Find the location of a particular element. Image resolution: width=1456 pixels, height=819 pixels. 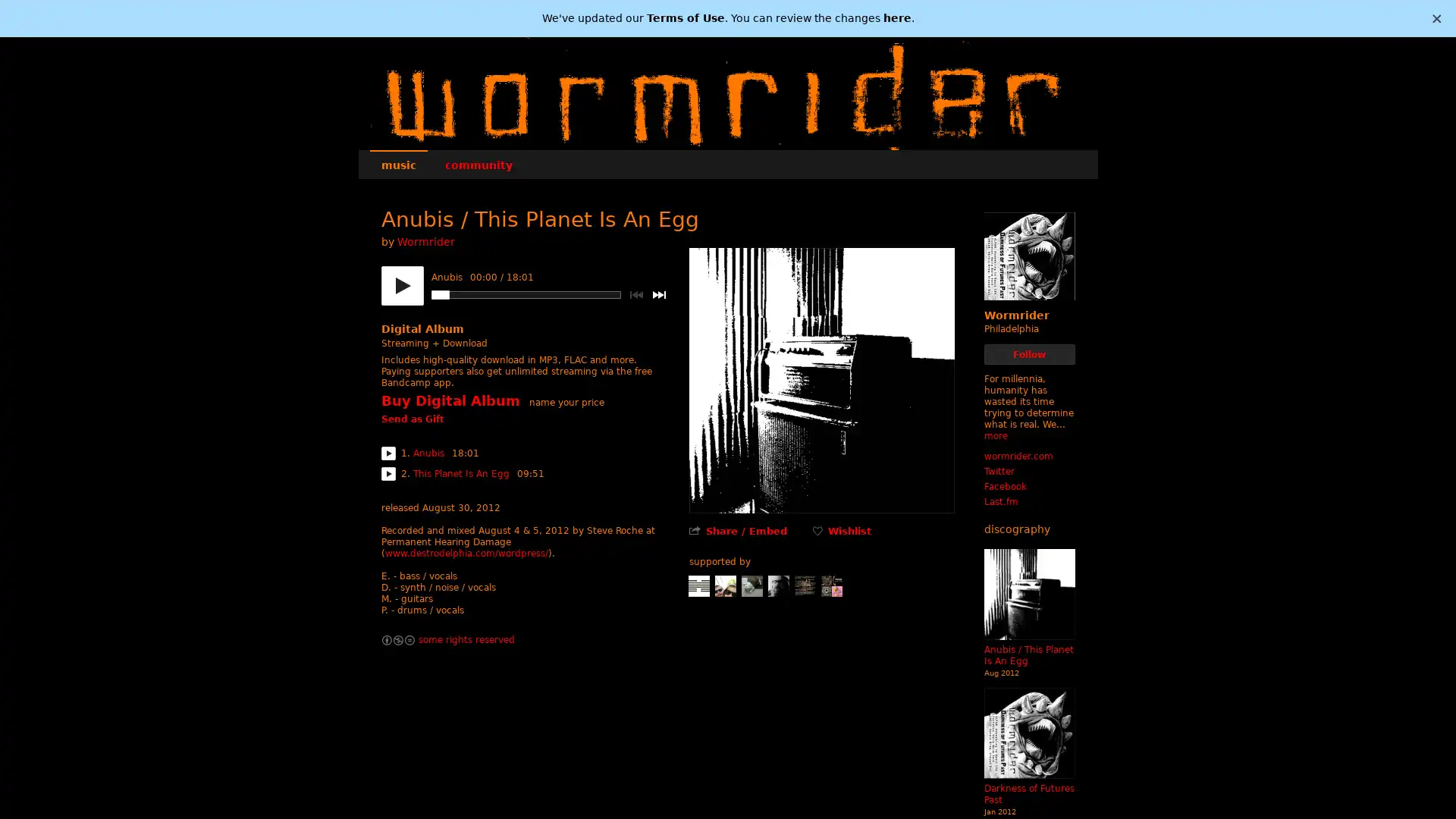

Next track is located at coordinates (658, 295).